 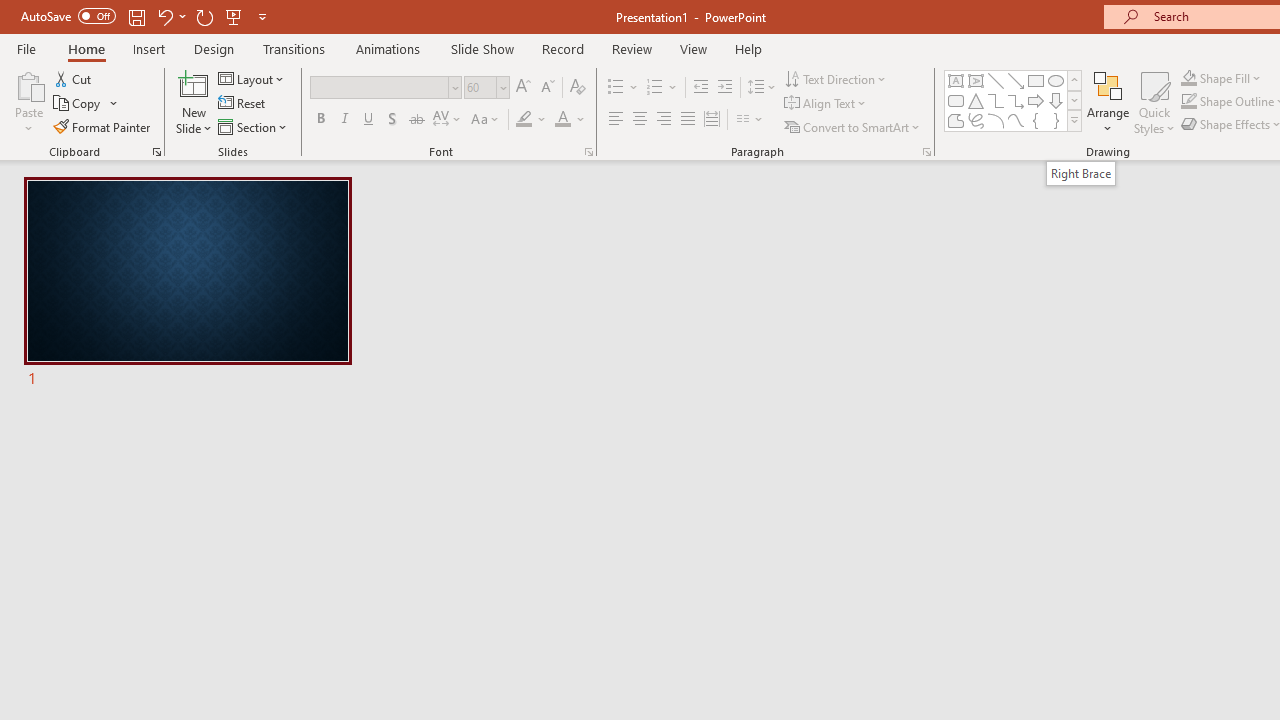 I want to click on 'Distributed', so click(x=712, y=119).